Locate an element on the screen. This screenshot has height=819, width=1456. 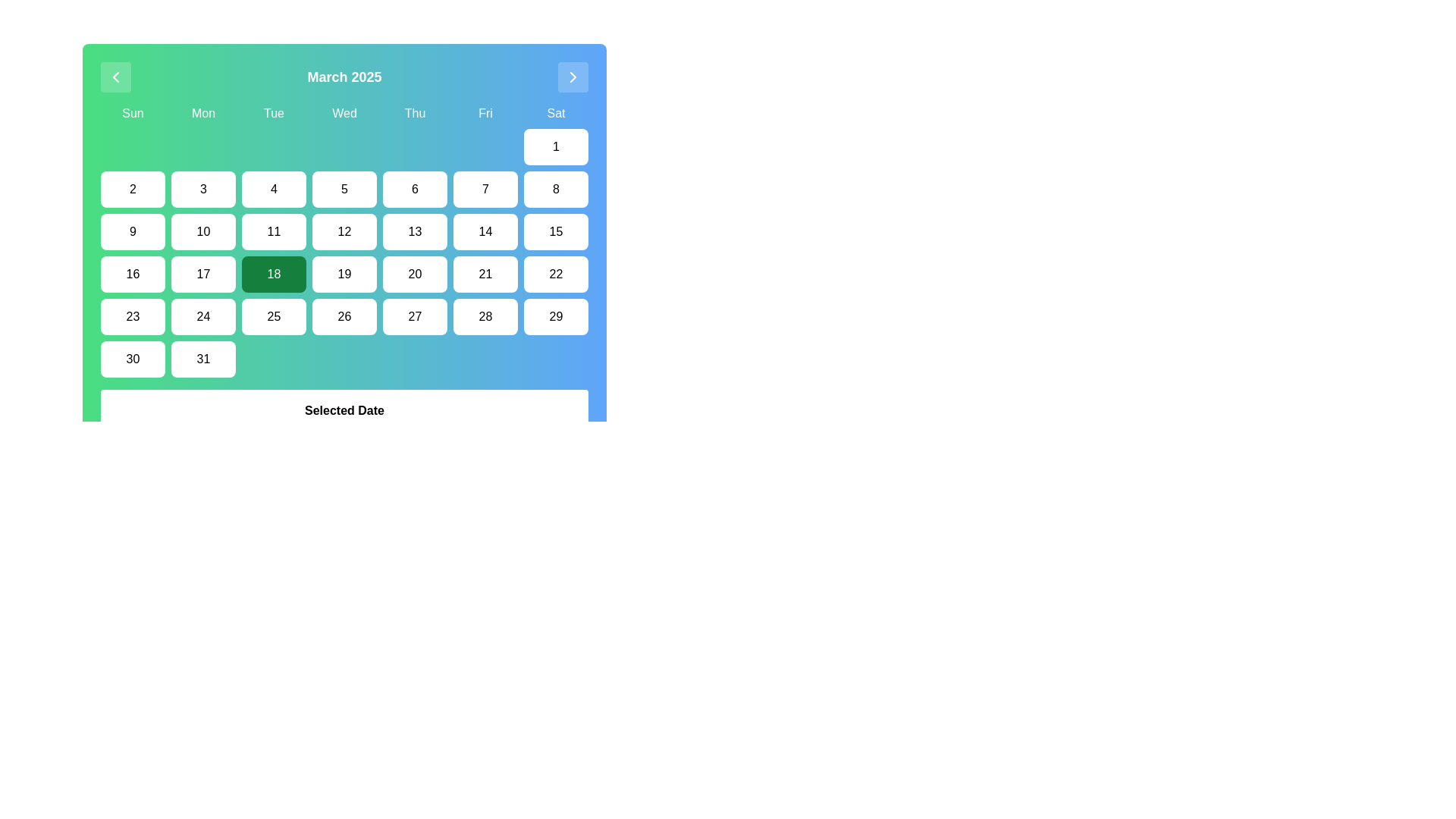
the static text element that displays the current month and year on the calendar interface, located at the center of the header section, between the left and right chevron icons is located at coordinates (344, 77).